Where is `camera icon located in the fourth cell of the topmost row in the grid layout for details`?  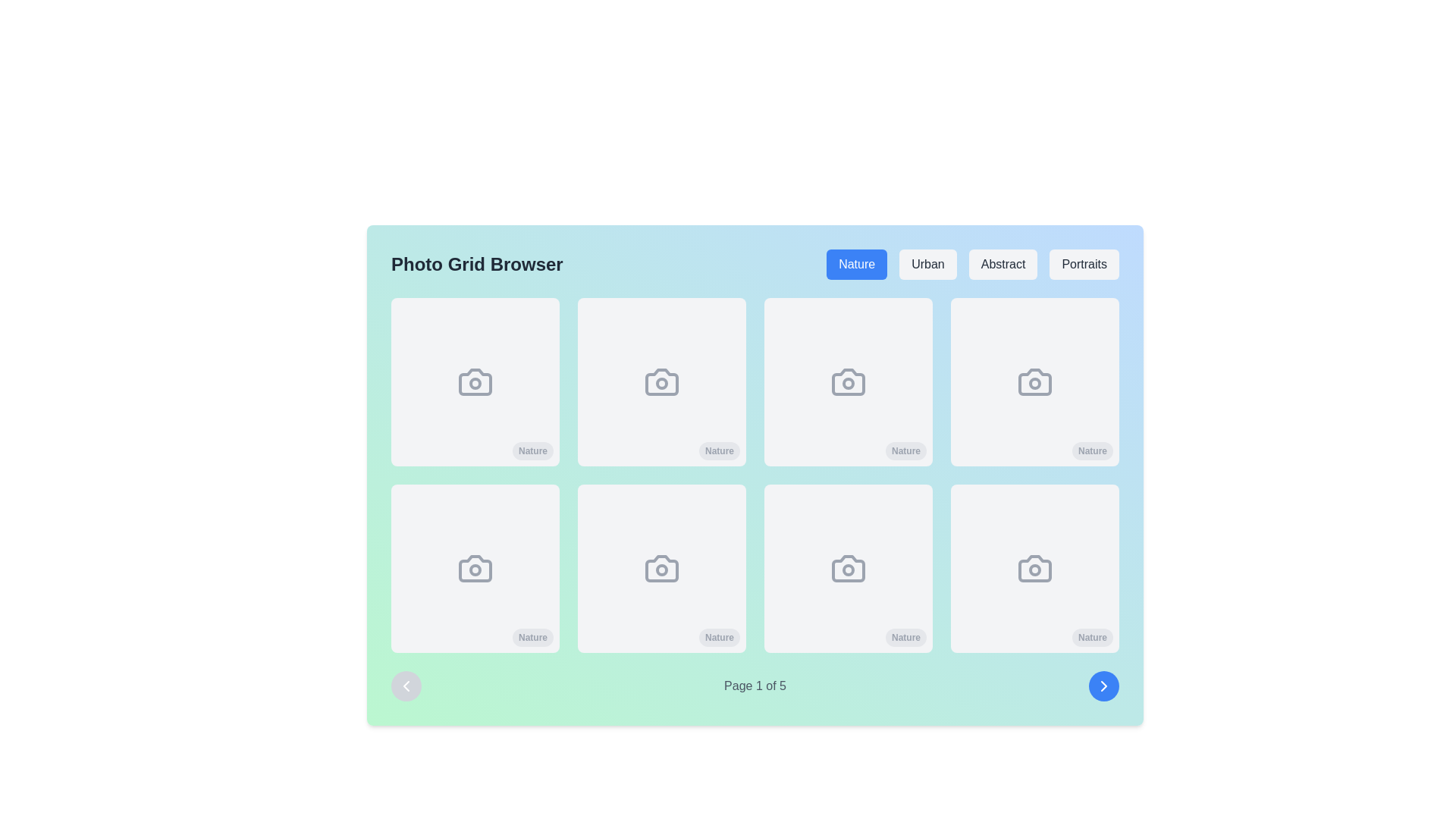
camera icon located in the fourth cell of the topmost row in the grid layout for details is located at coordinates (1034, 381).